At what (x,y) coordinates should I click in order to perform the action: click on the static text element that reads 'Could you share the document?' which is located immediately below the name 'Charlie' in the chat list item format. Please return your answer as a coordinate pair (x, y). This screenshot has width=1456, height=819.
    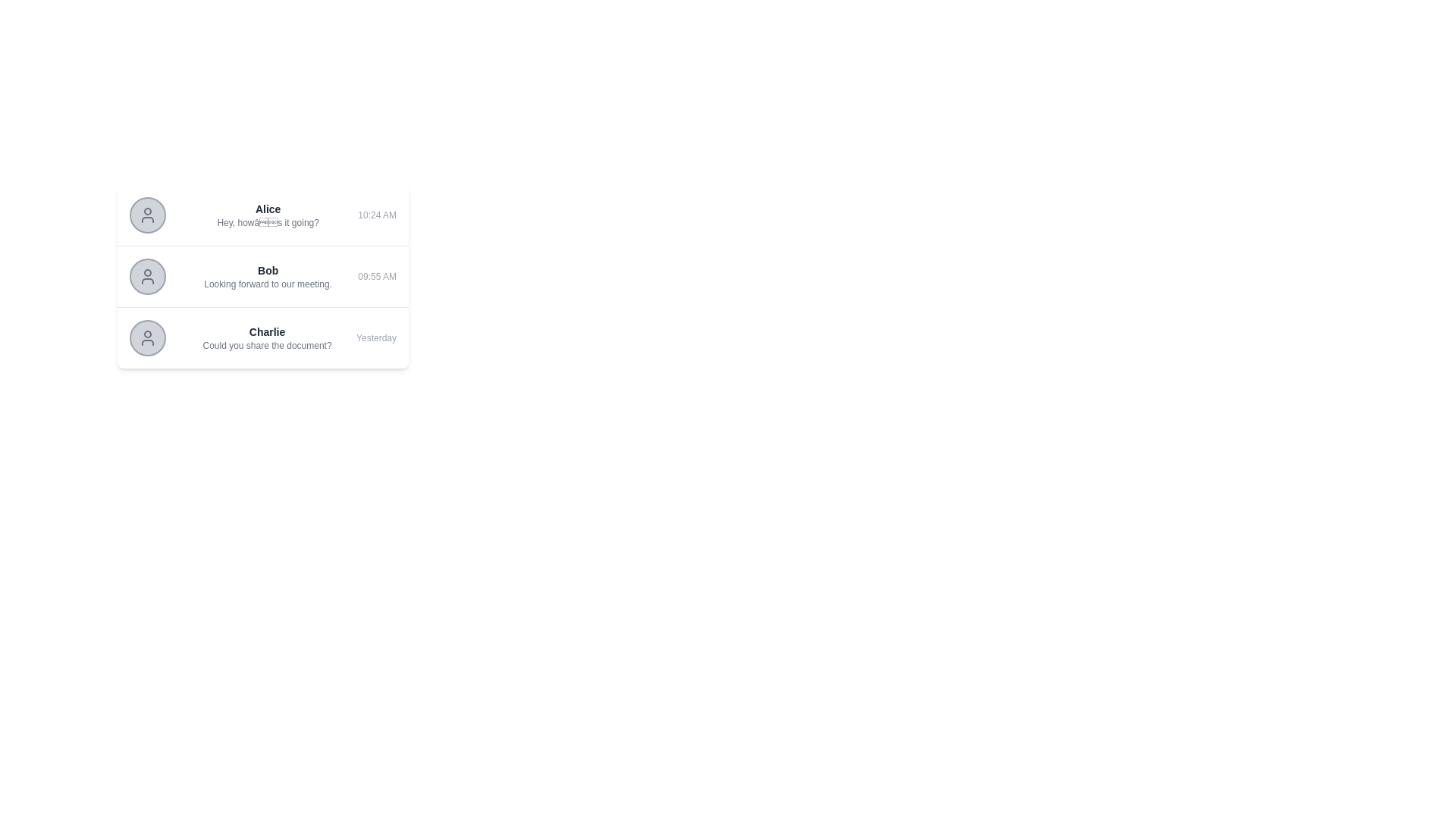
    Looking at the image, I should click on (267, 345).